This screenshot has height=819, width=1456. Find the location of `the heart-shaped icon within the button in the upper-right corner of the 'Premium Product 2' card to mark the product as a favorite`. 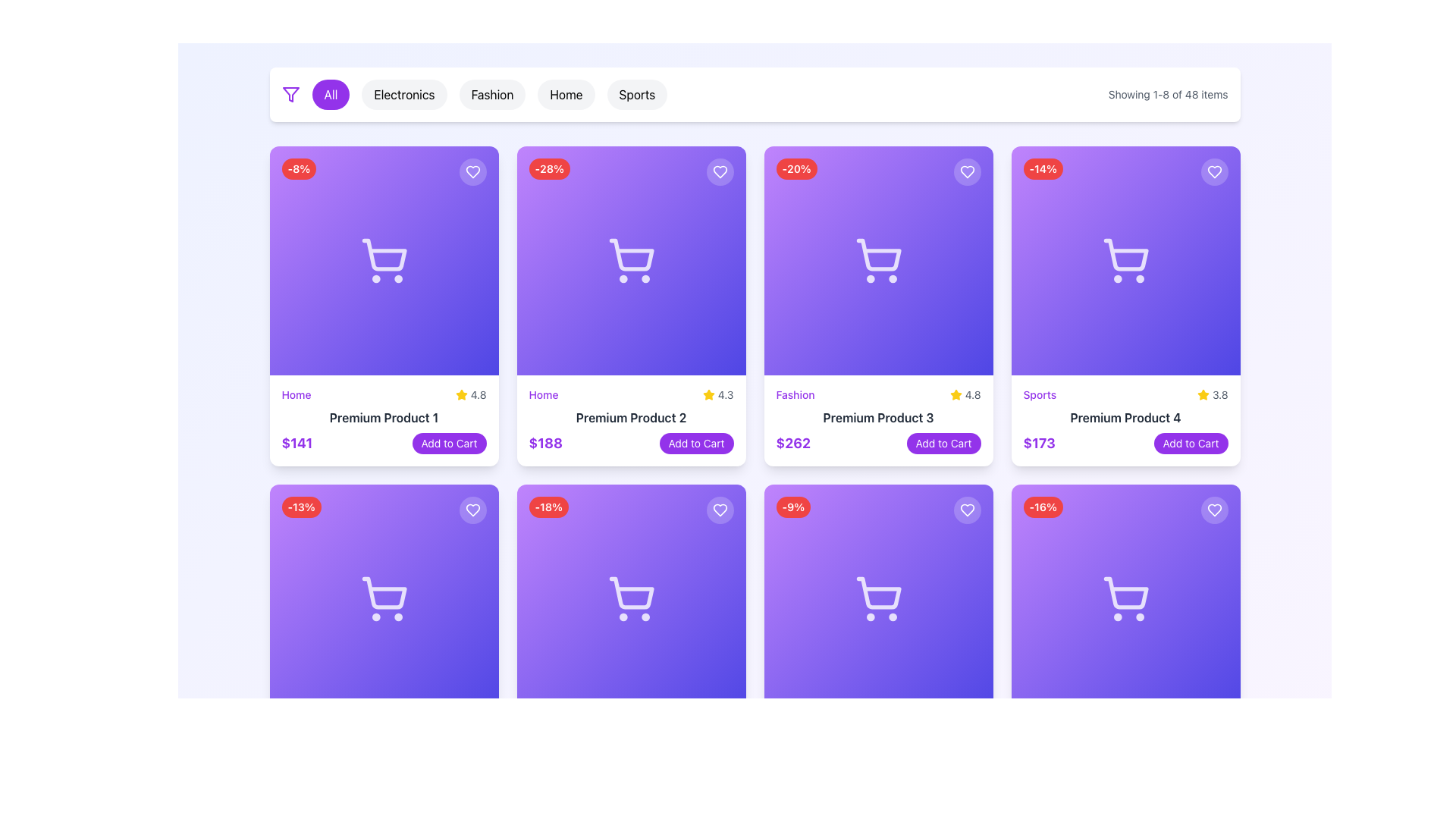

the heart-shaped icon within the button in the upper-right corner of the 'Premium Product 2' card to mark the product as a favorite is located at coordinates (719, 171).